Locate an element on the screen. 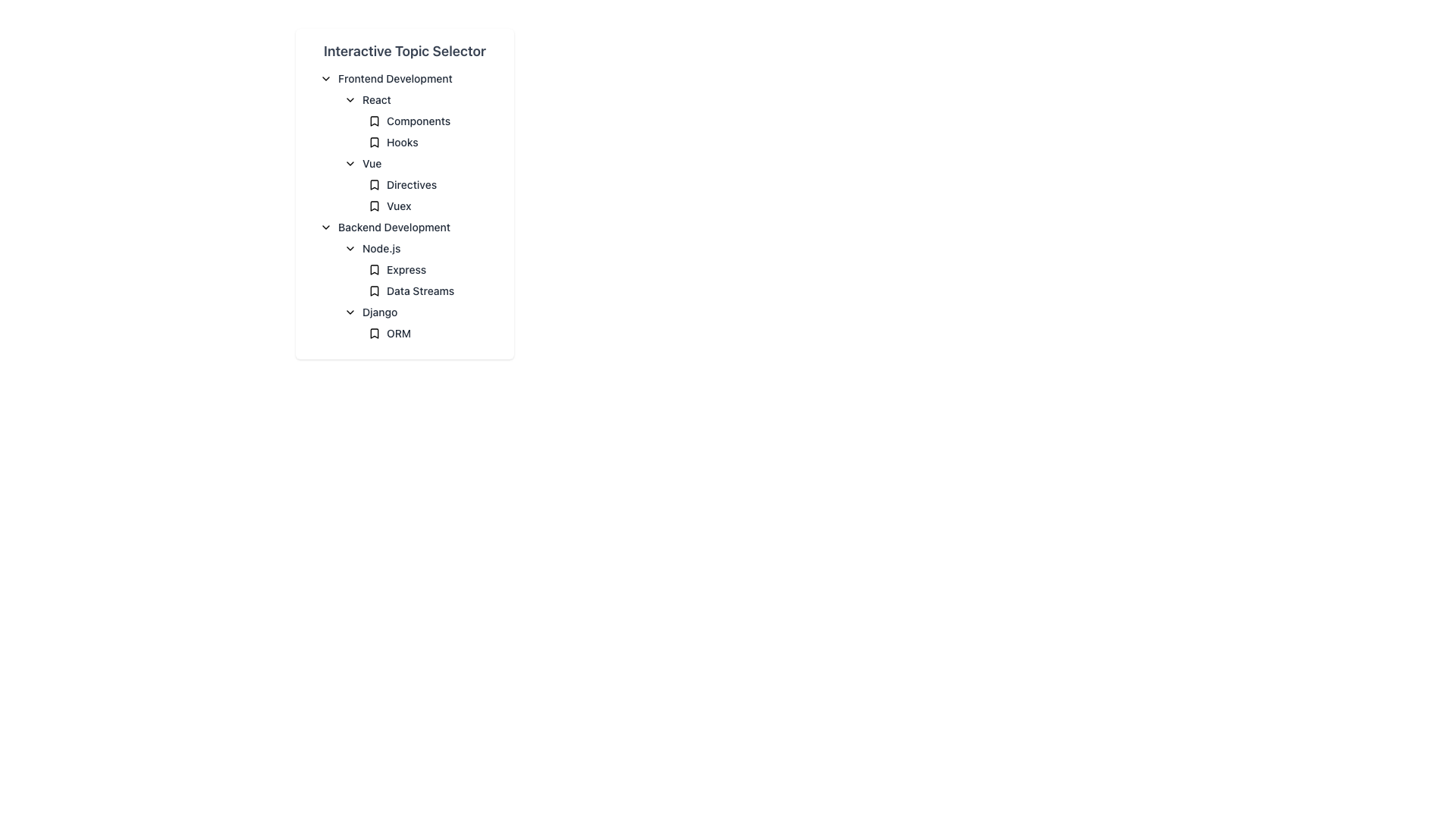 The image size is (1456, 819). the 'Express' list item with a bookmark icon is located at coordinates (422, 268).